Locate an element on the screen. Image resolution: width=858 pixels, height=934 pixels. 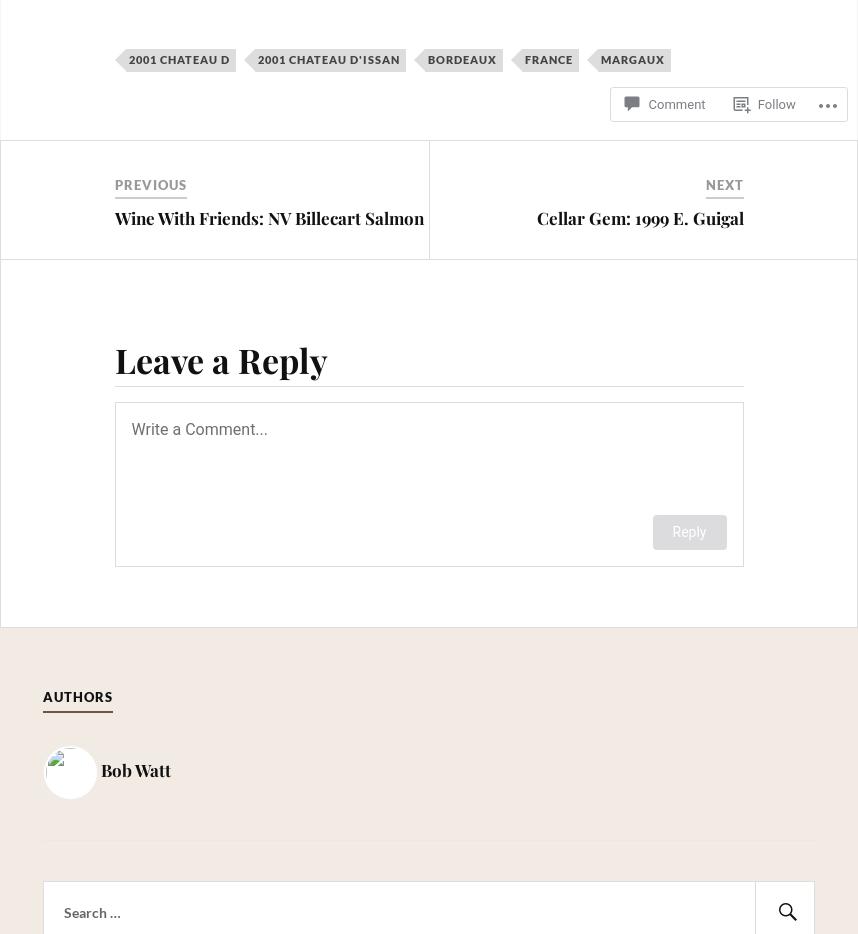
'Wine With Friends: NV Billecart Salmon' is located at coordinates (268, 215).